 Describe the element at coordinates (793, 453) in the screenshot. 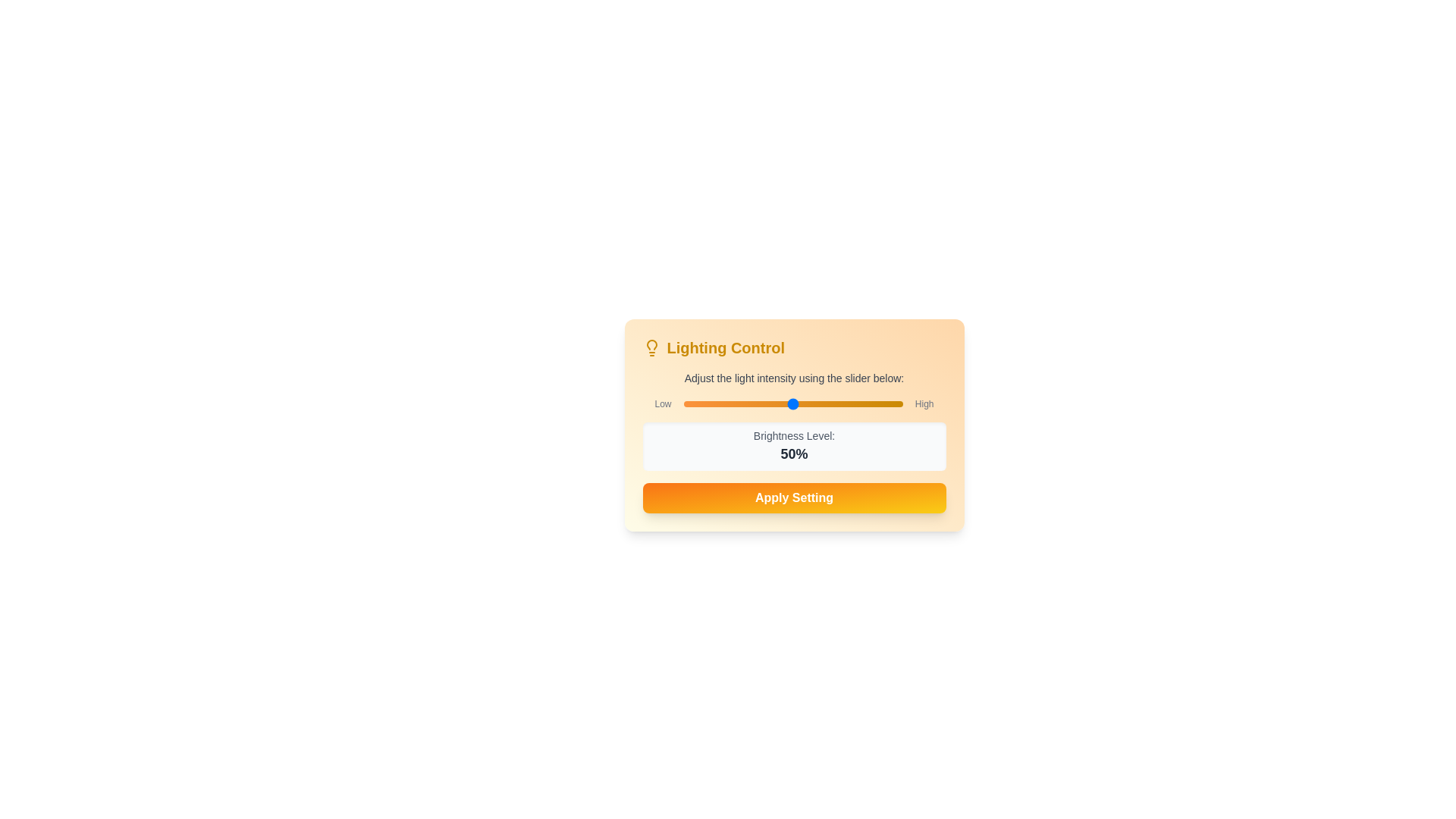

I see `the static text display showing '50%' which indicates the brightness level in a bold, dark gray font, positioned next to 'Brightness Level:'` at that location.